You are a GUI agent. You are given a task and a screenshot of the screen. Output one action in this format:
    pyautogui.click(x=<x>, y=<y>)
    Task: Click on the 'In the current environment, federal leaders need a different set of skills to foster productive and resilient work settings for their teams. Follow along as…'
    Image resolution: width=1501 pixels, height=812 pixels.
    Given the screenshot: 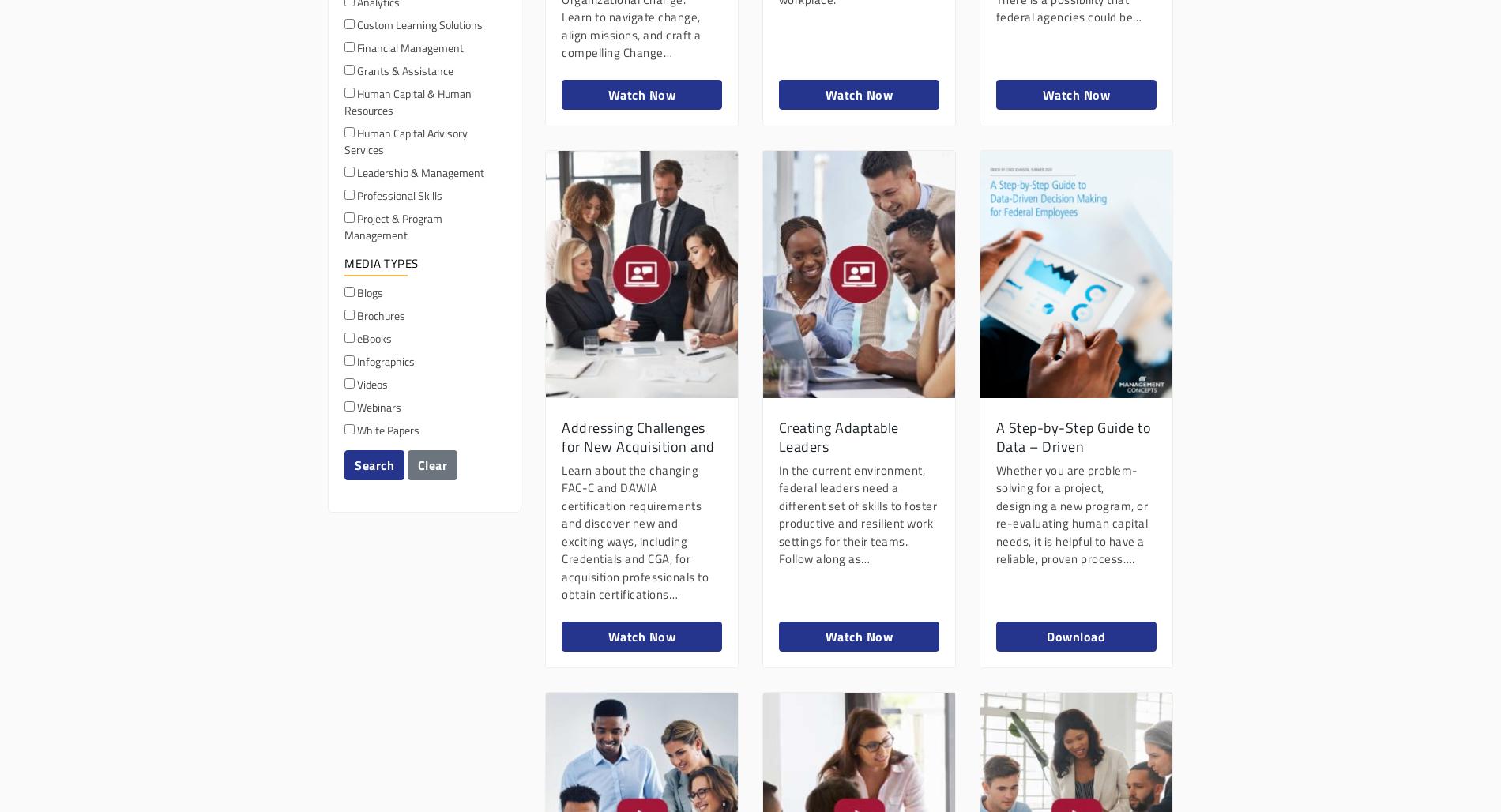 What is the action you would take?
    pyautogui.click(x=857, y=514)
    